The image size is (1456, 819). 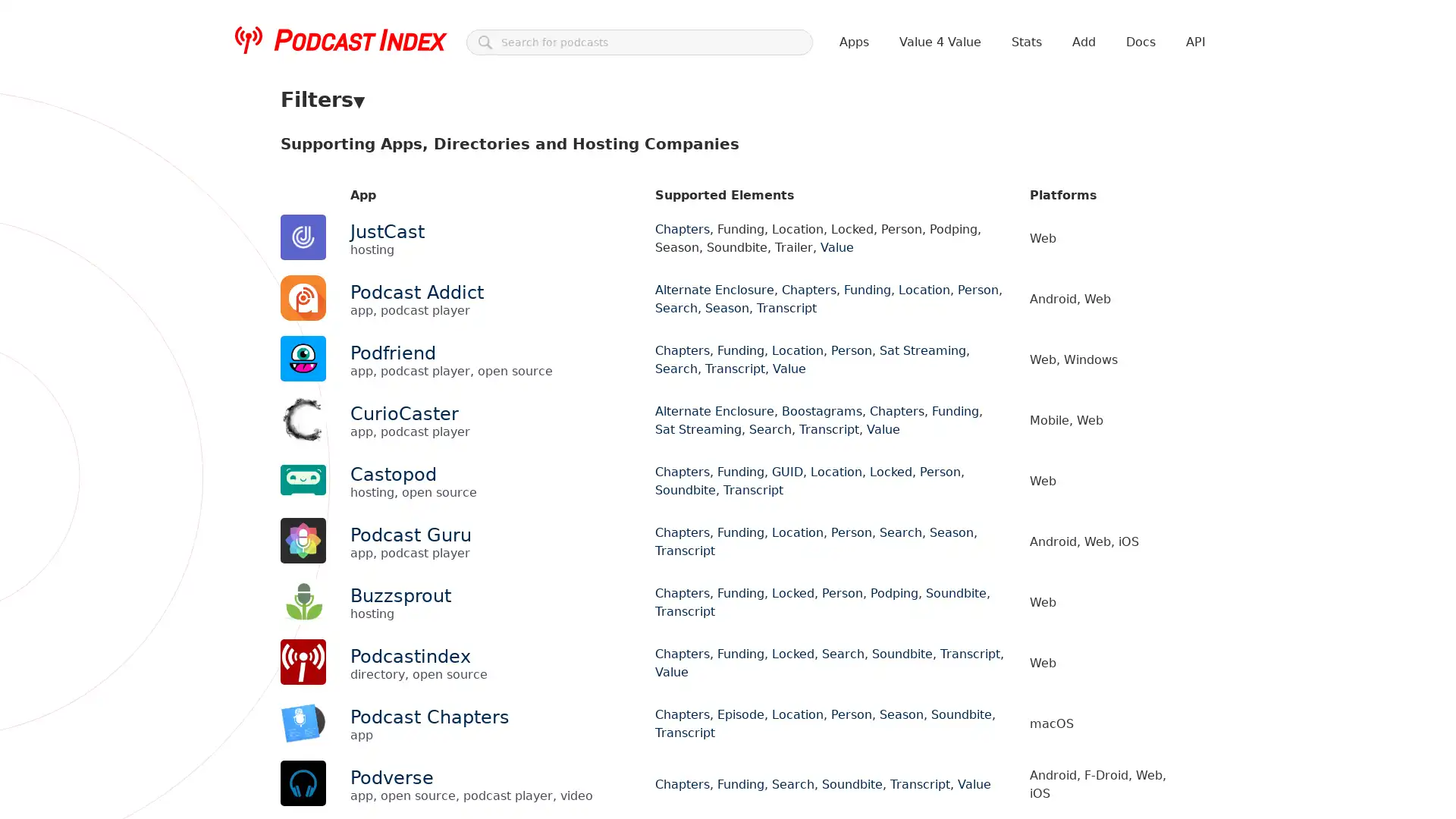 I want to click on Transcript, so click(x=688, y=258).